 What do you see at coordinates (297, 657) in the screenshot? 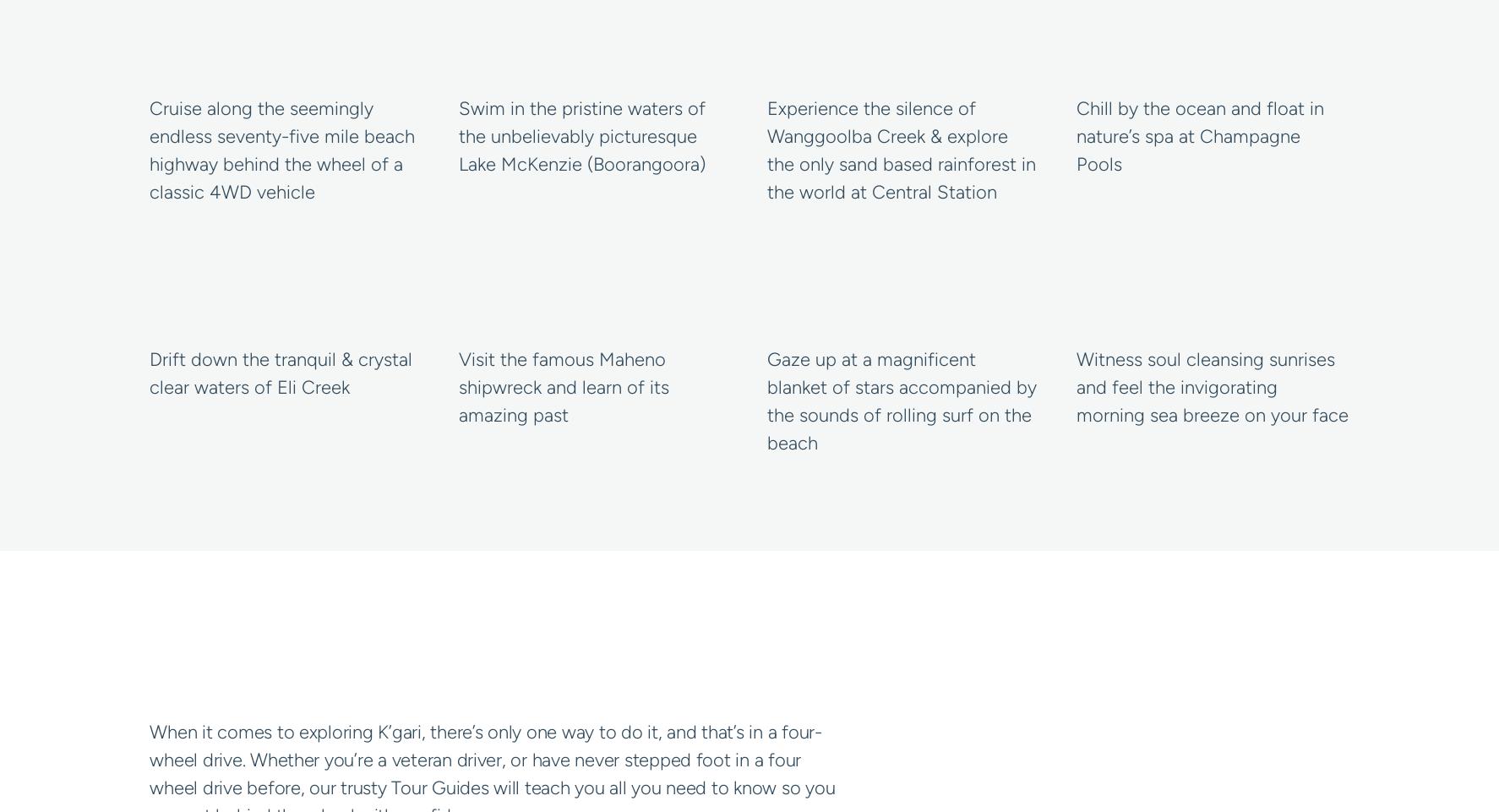
I see `'WHEEL DRIVING'` at bounding box center [297, 657].